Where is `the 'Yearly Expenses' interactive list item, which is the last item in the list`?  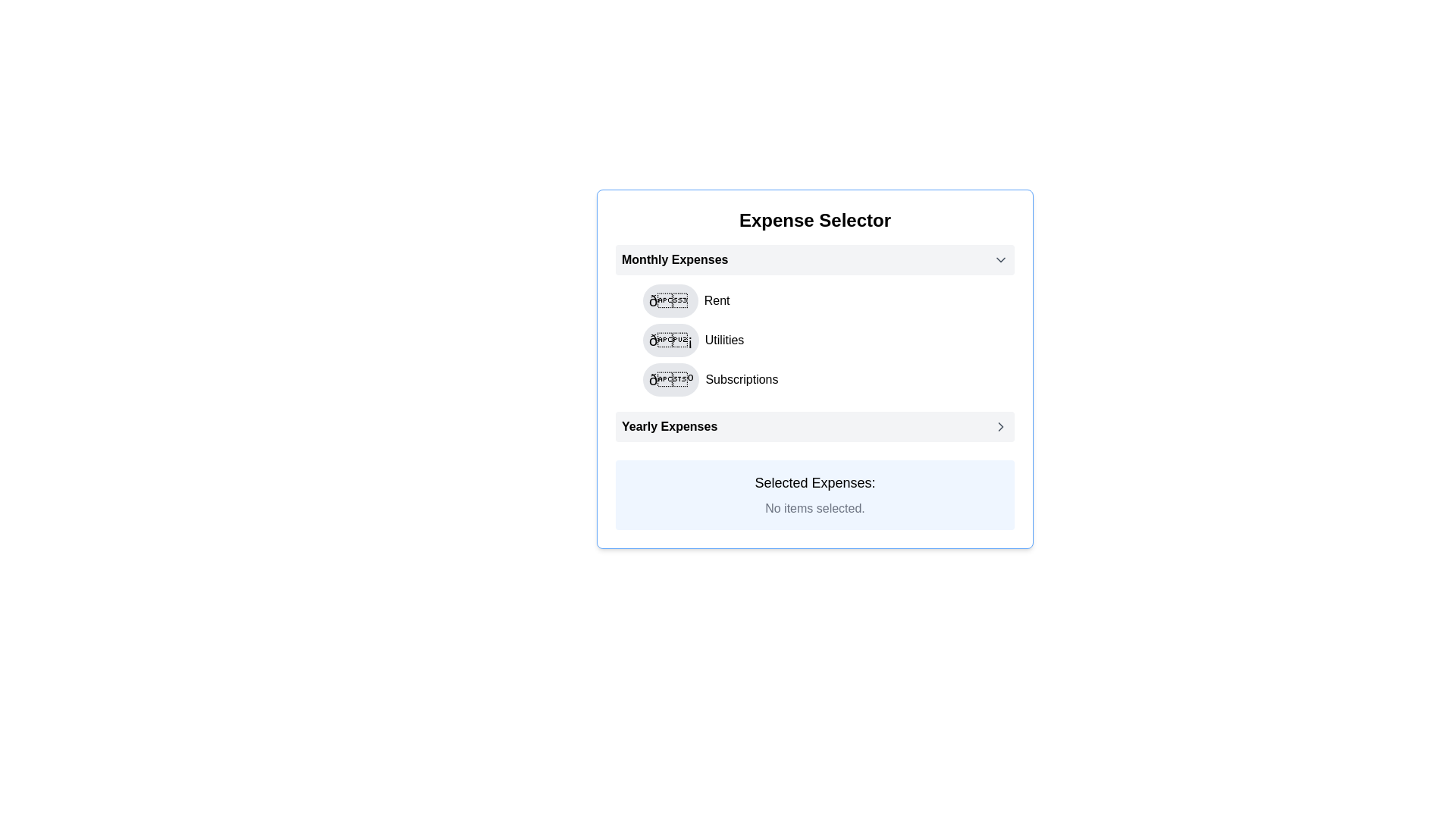 the 'Yearly Expenses' interactive list item, which is the last item in the list is located at coordinates (814, 427).